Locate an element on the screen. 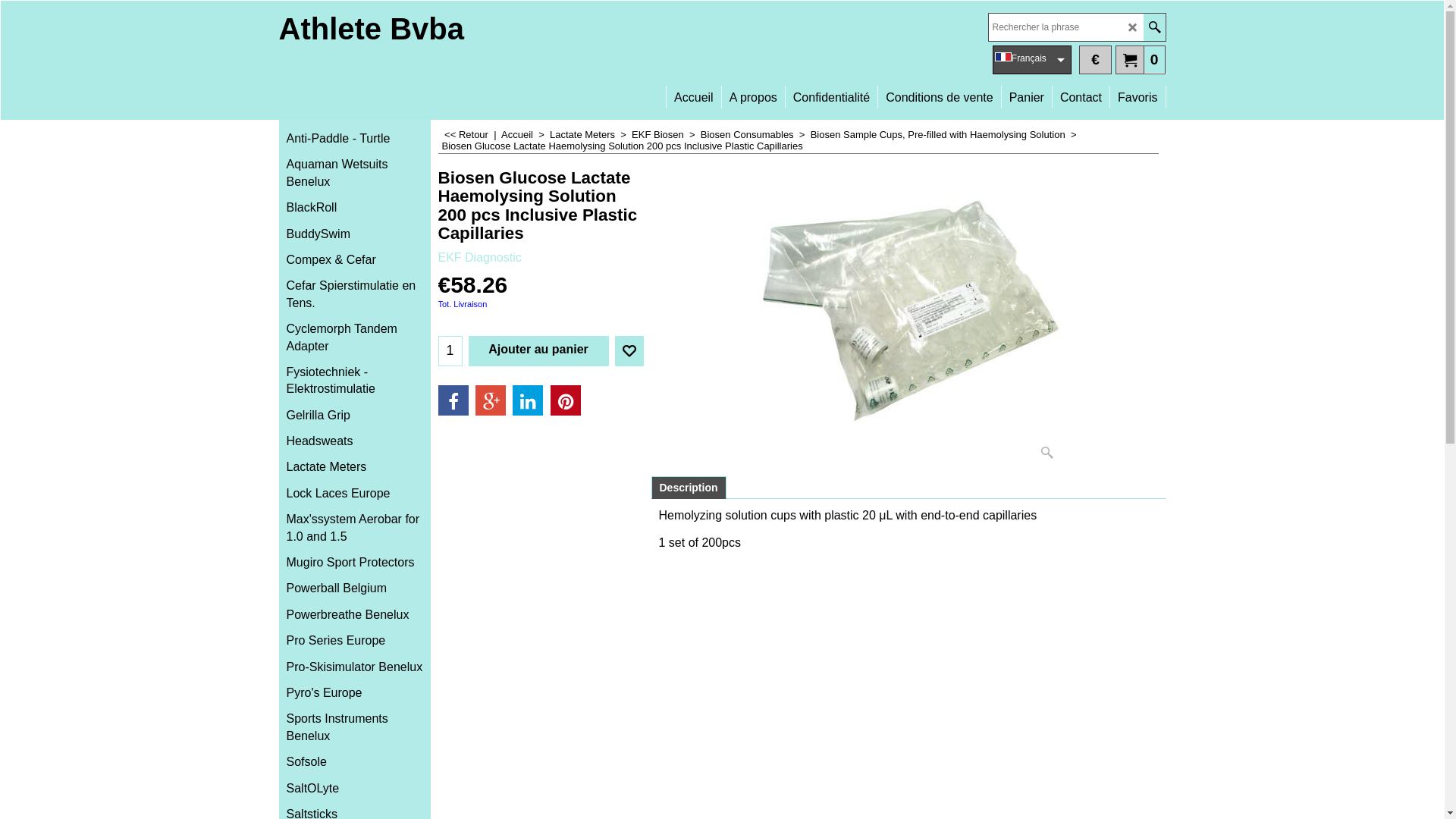 This screenshot has width=1456, height=819. ' << Retour ' is located at coordinates (465, 133).